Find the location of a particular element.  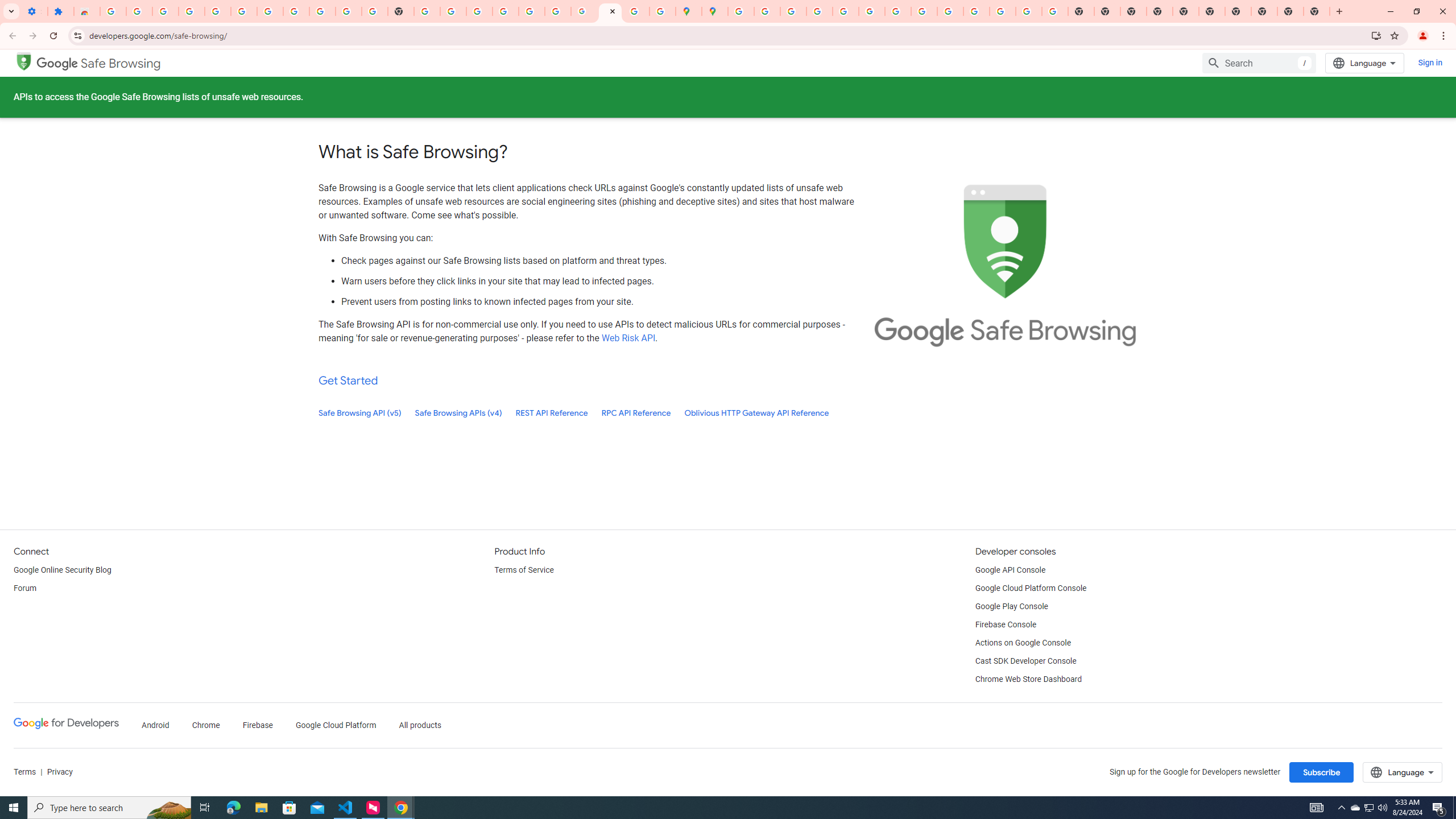

'Google API Console' is located at coordinates (1010, 570).